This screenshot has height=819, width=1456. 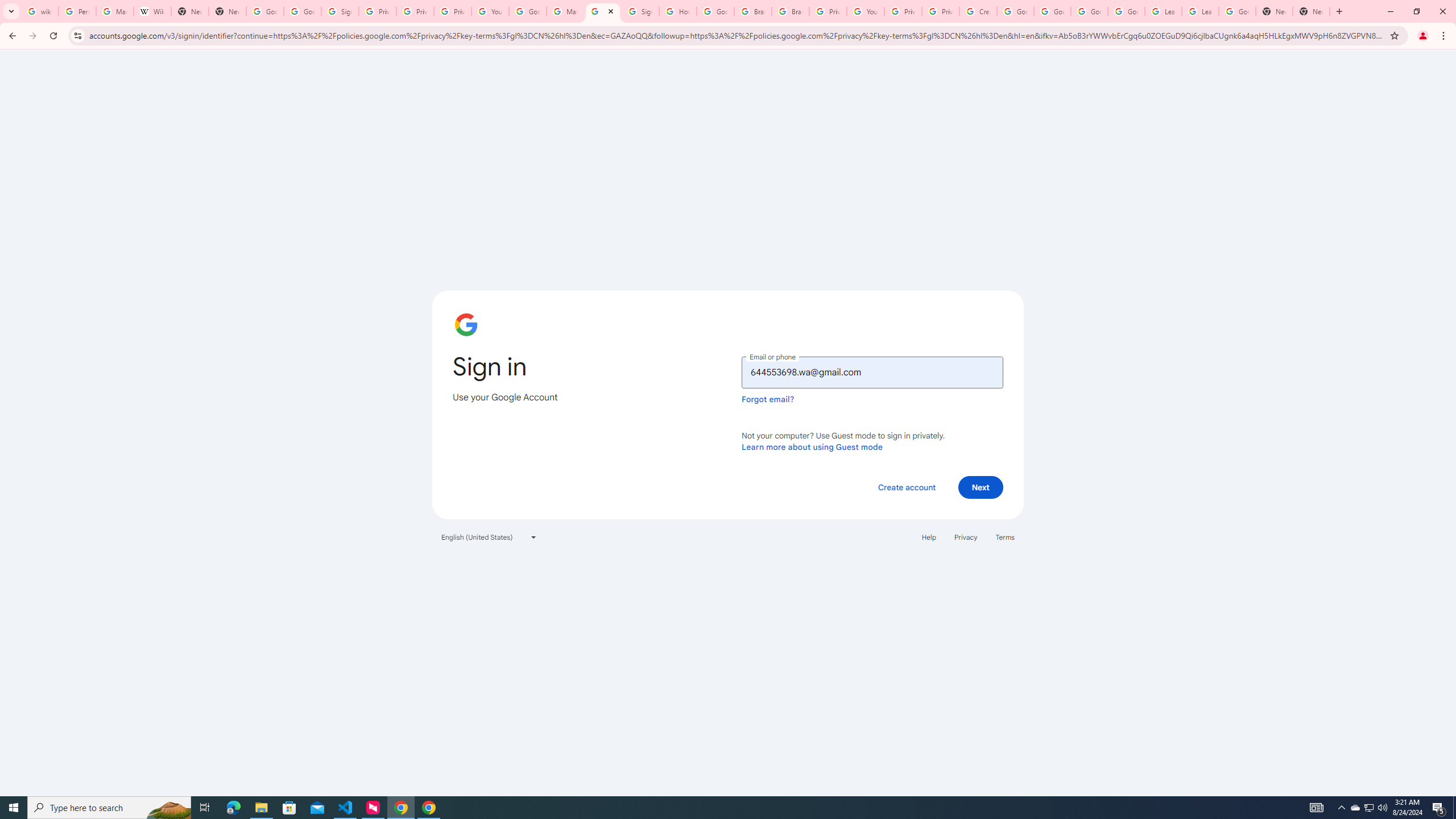 I want to click on 'Personalization & Google Search results - Google Search Help', so click(x=77, y=11).